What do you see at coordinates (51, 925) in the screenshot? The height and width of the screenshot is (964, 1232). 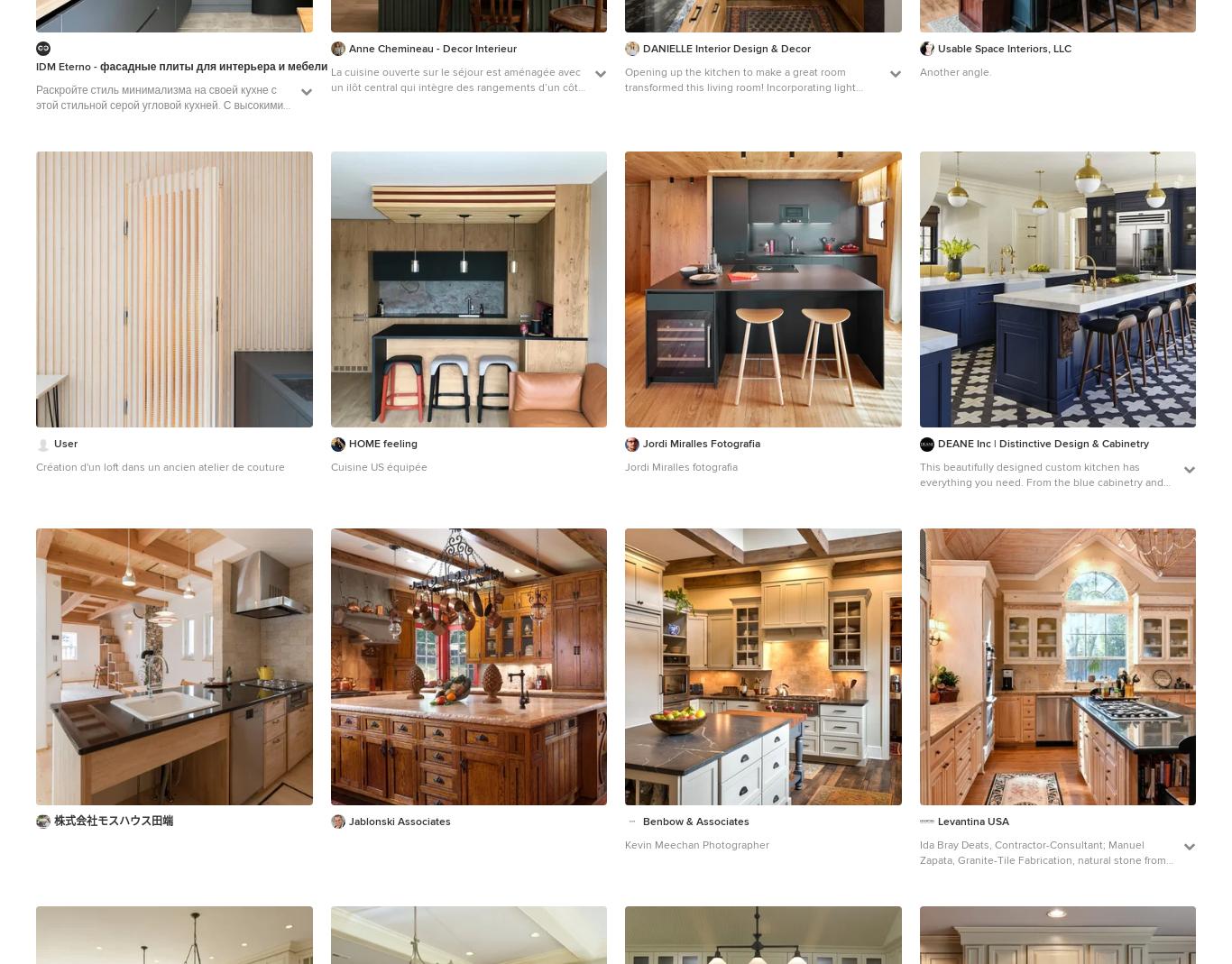 I see `'Premier'` at bounding box center [51, 925].